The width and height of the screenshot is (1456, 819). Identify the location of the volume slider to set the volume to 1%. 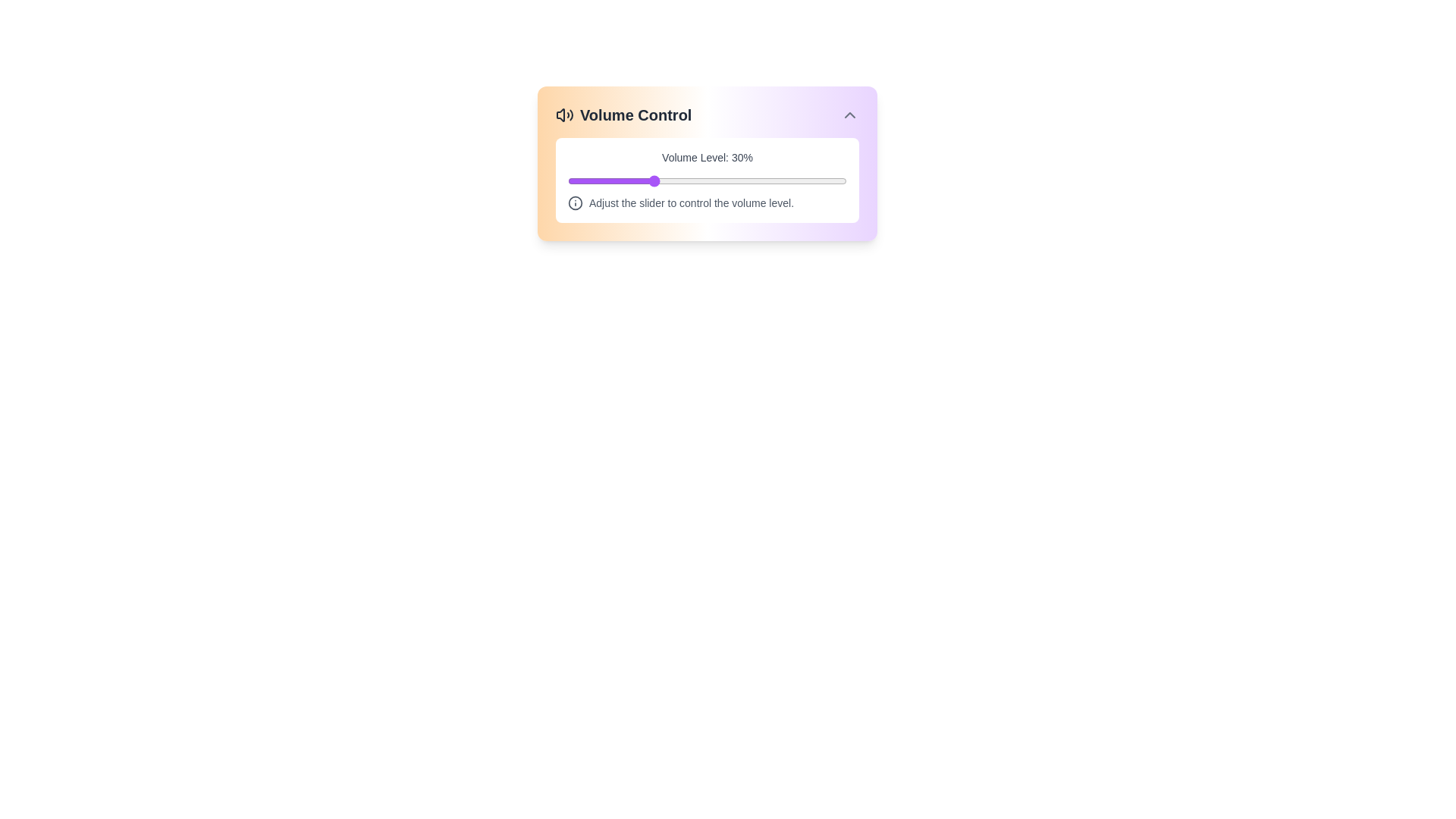
(570, 180).